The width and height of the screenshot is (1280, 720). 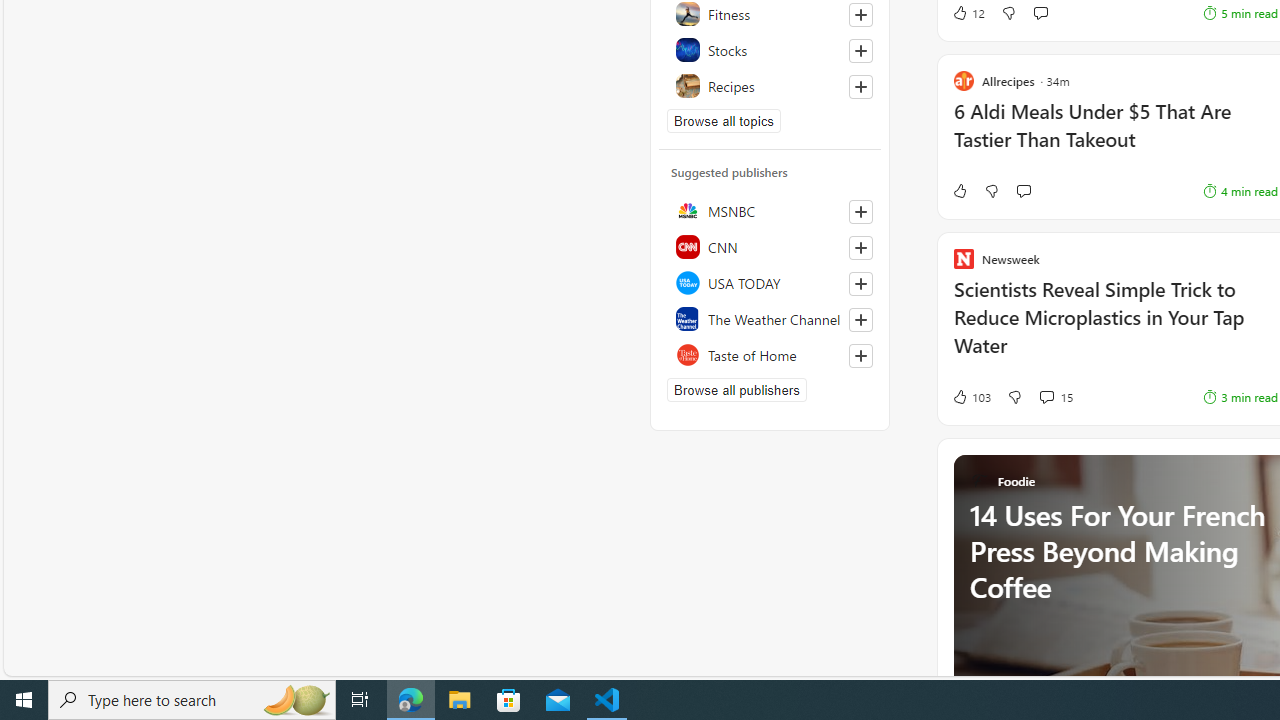 I want to click on 'Follow this source', so click(x=860, y=355).